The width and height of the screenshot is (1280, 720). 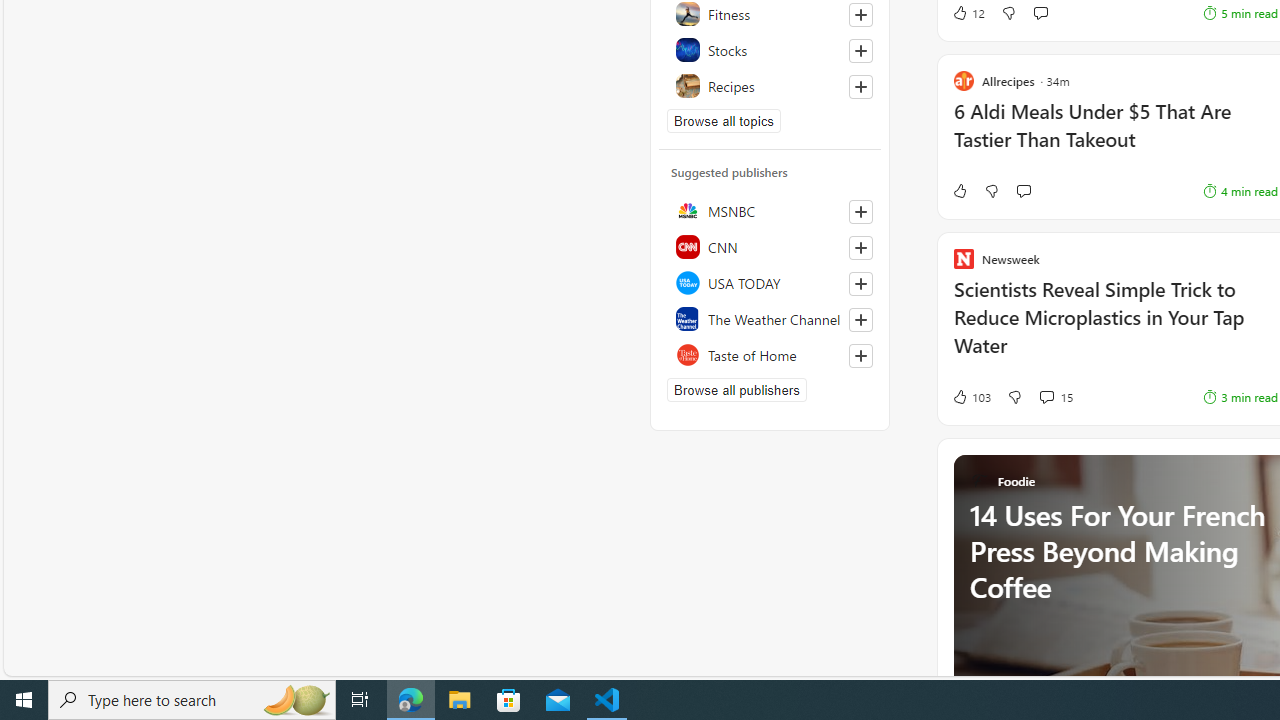 I want to click on 'Follow this source', so click(x=860, y=355).